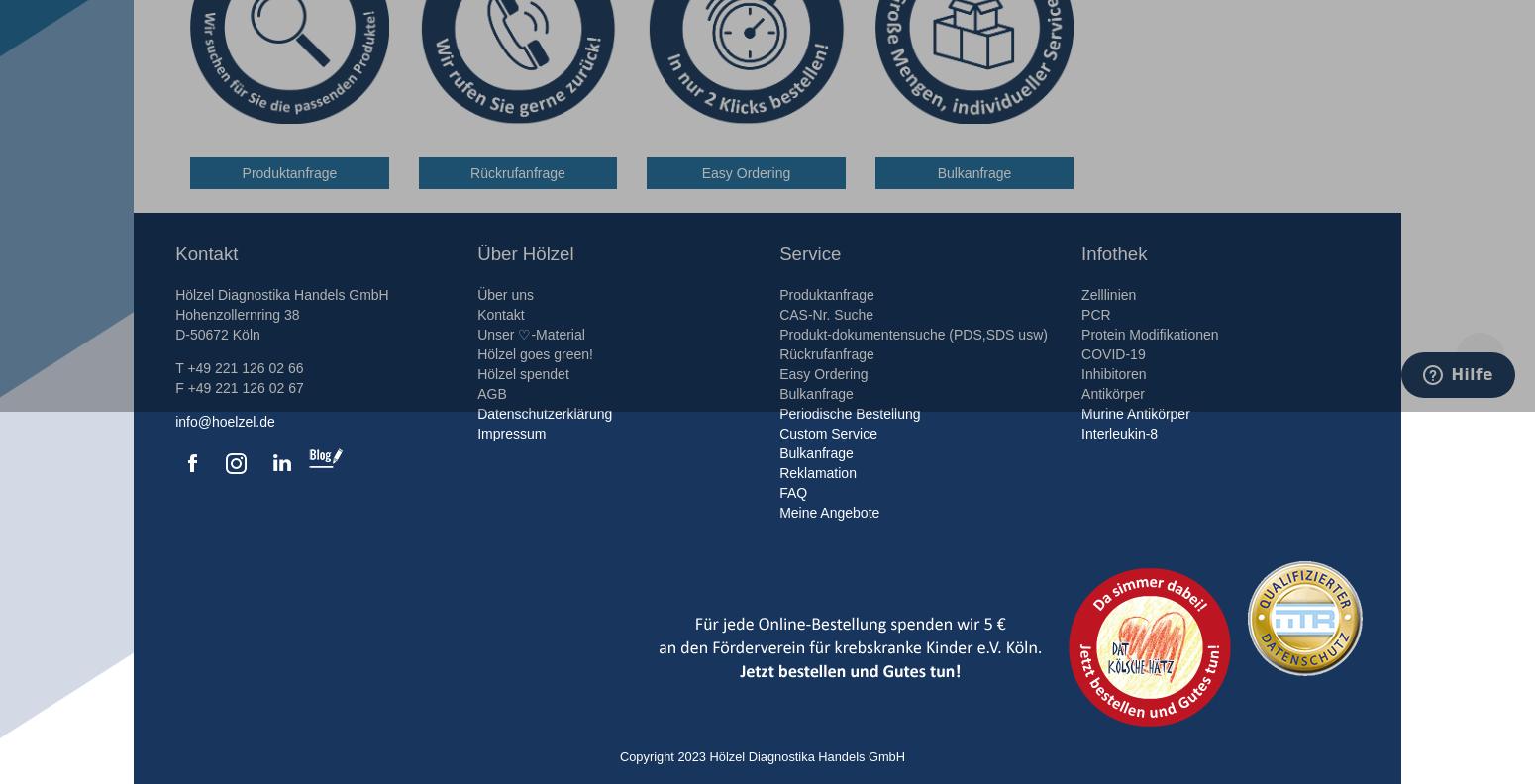 This screenshot has height=784, width=1535. I want to click on 'Hohenzollernring 38', so click(237, 313).